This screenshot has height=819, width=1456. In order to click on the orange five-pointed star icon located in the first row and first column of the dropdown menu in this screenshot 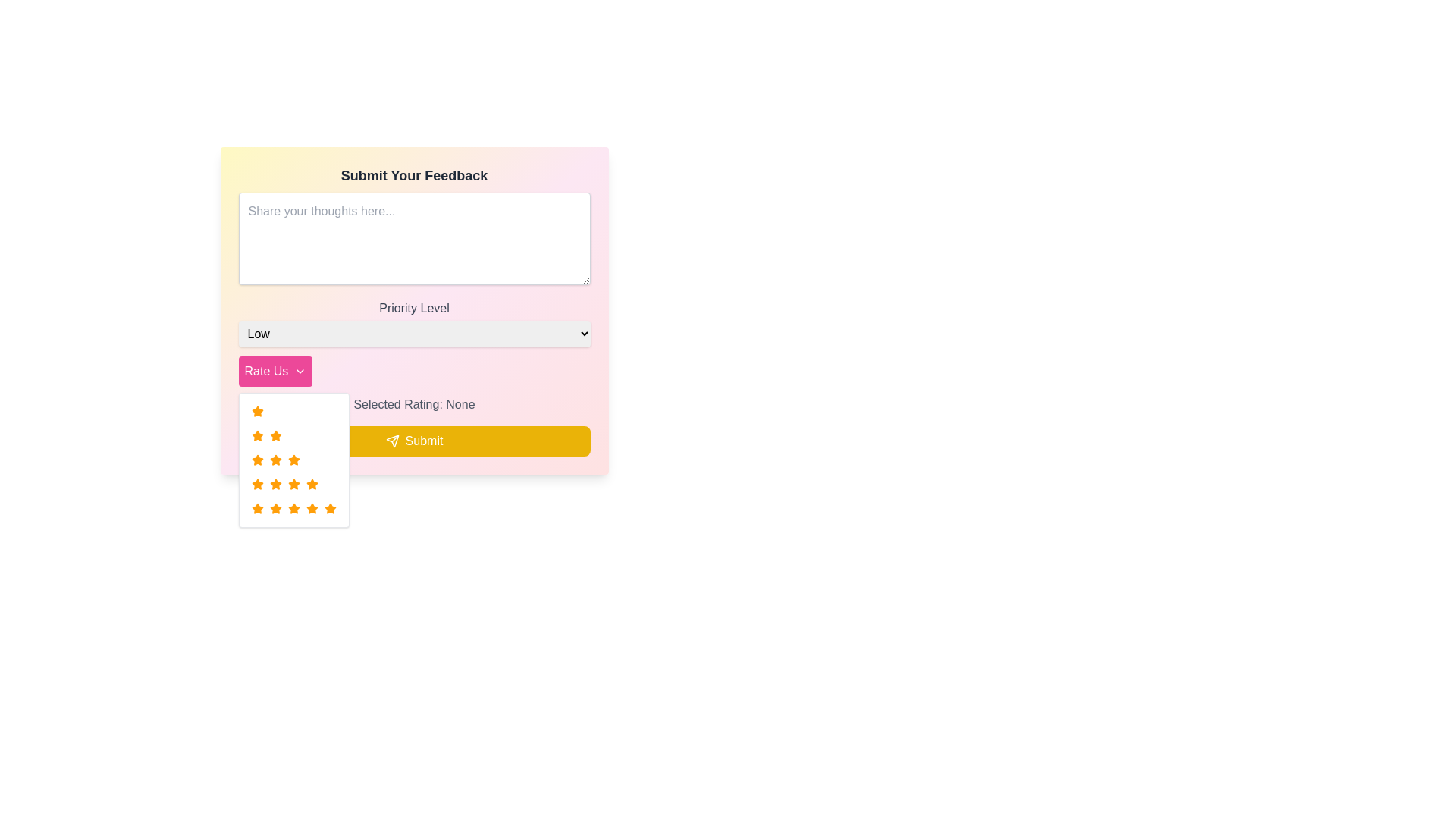, I will do `click(257, 435)`.